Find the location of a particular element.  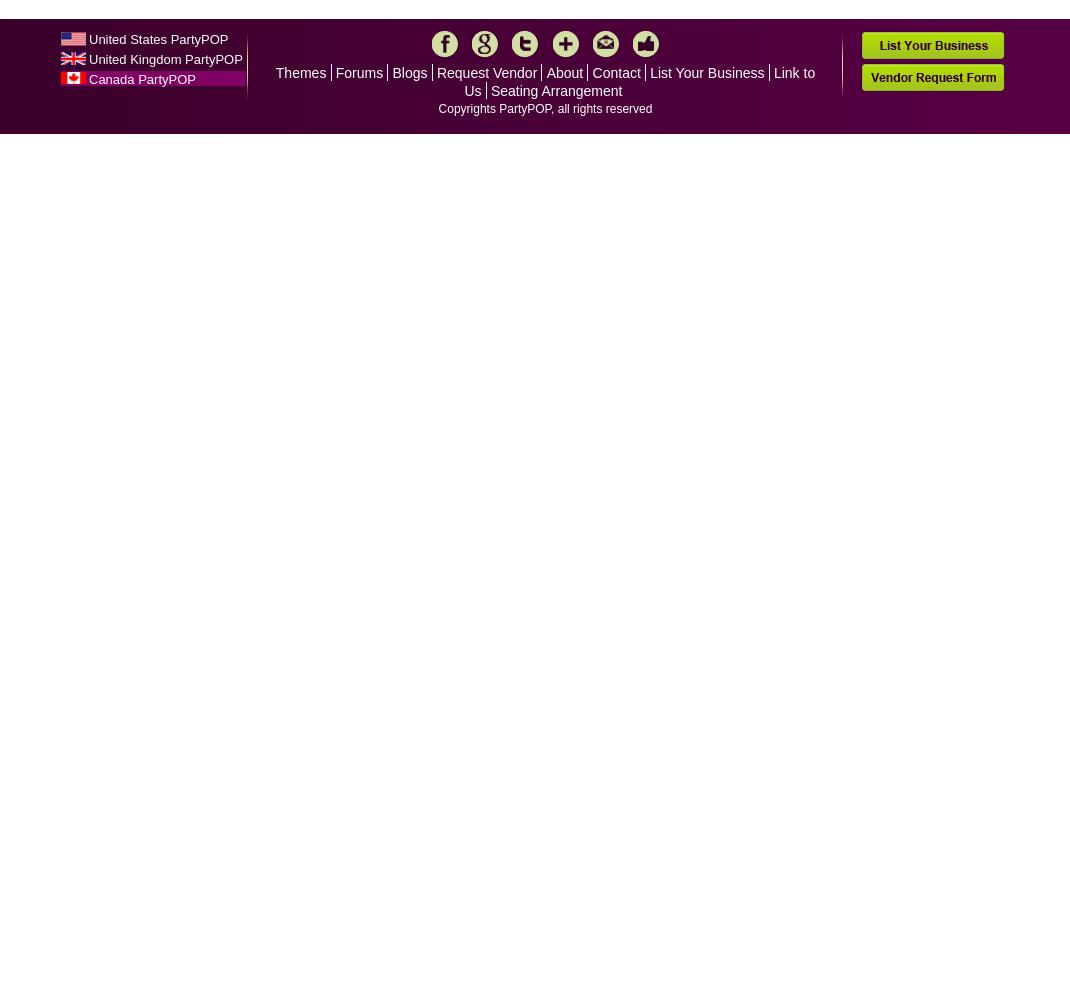

'Link to Us' is located at coordinates (639, 81).